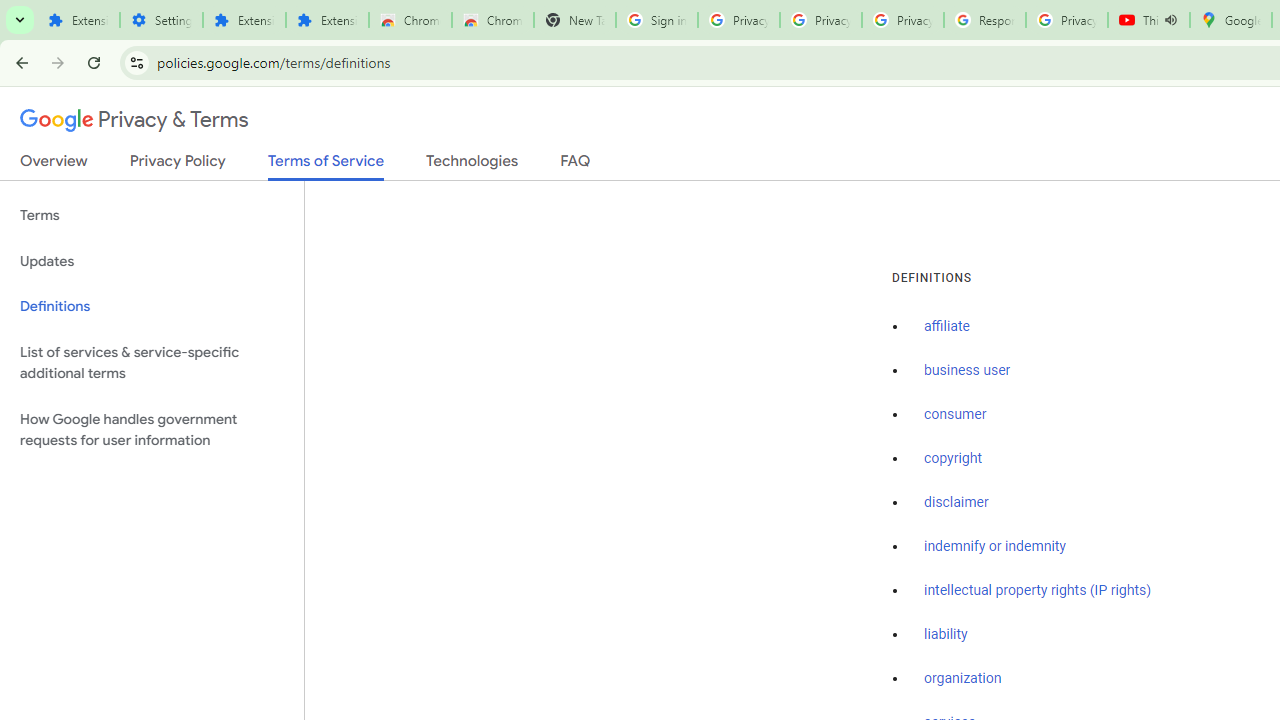 The width and height of the screenshot is (1280, 720). What do you see at coordinates (151, 362) in the screenshot?
I see `'List of services & service-specific additional terms'` at bounding box center [151, 362].